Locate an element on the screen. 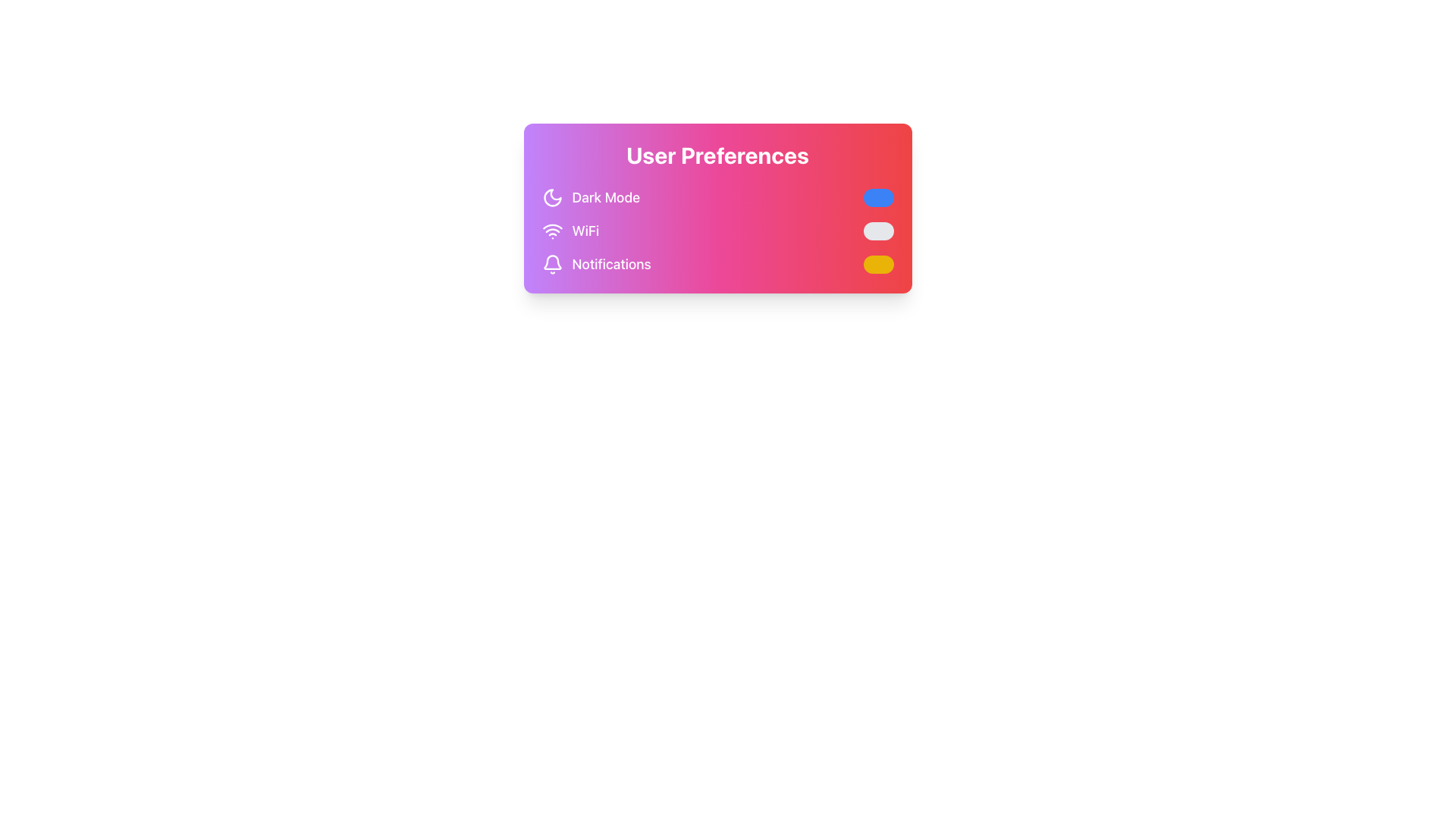 The width and height of the screenshot is (1456, 819). the toggle switch for the WiFi setting located in the second item of the 'User Preferences' list, positioned below 'Dark Mode' and above 'Notifications' is located at coordinates (717, 231).